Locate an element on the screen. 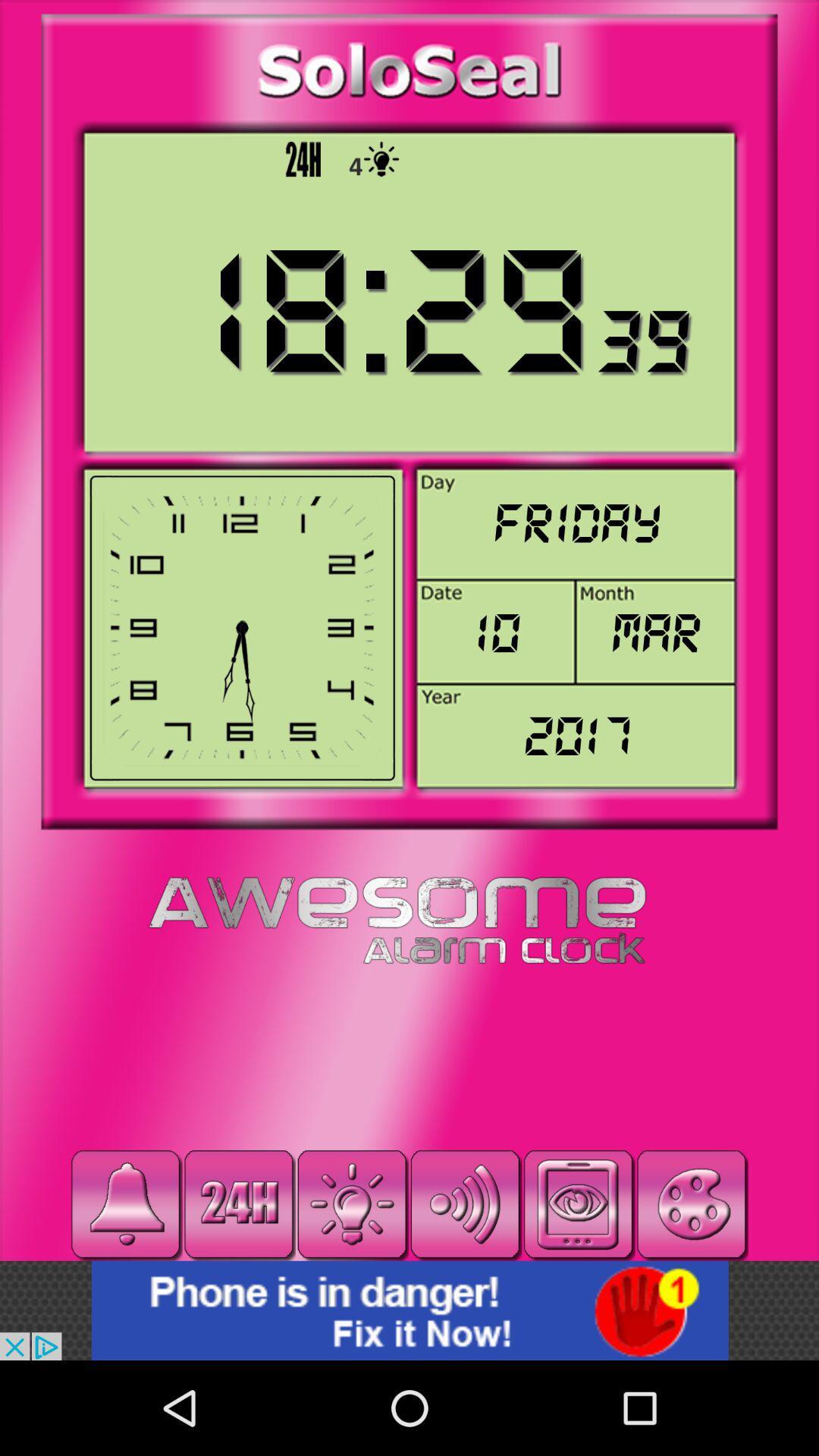  screen page is located at coordinates (579, 1203).